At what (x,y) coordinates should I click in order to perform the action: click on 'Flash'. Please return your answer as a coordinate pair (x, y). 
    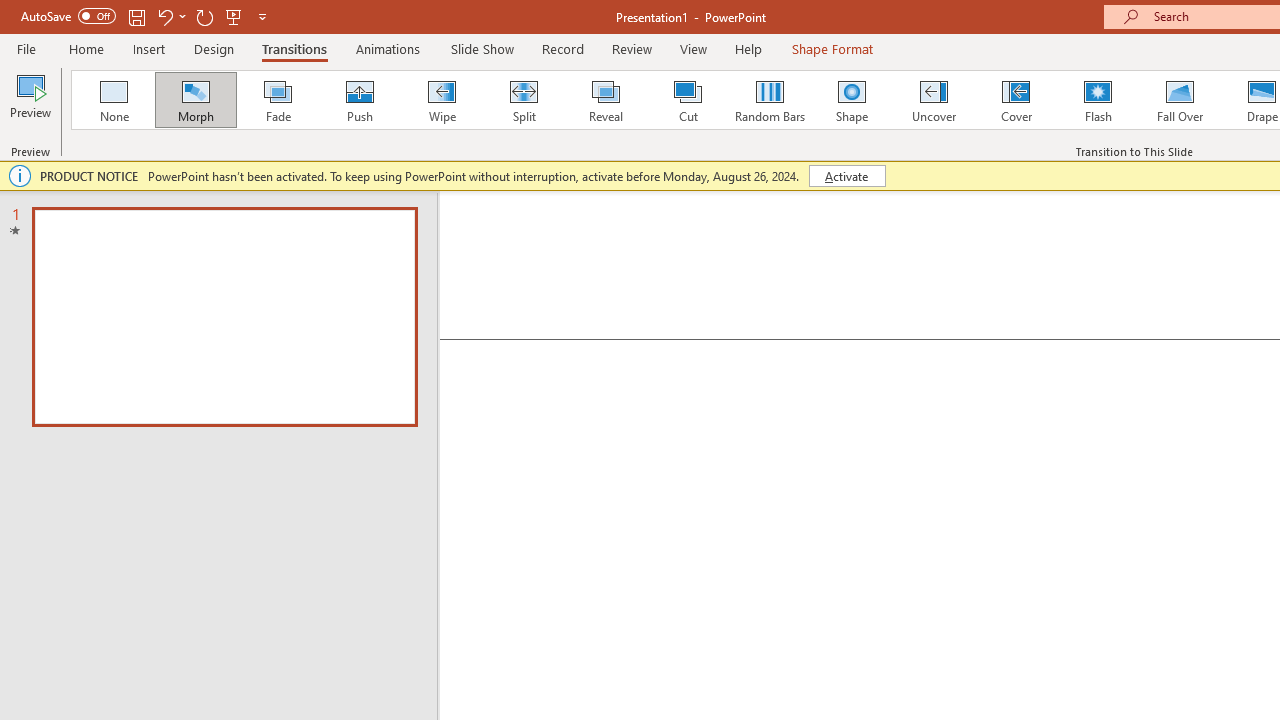
    Looking at the image, I should click on (1097, 100).